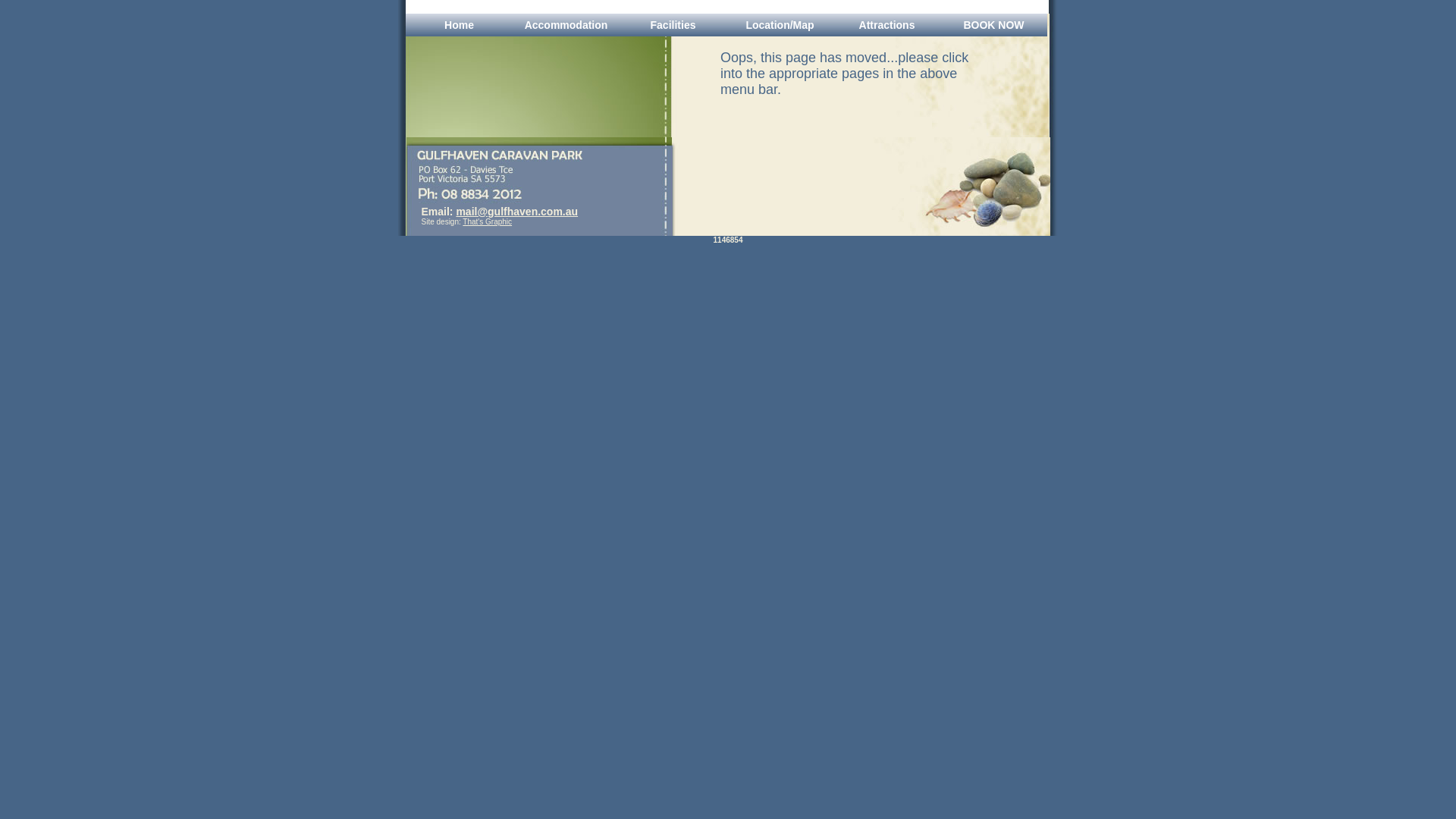 The width and height of the screenshot is (1456, 819). What do you see at coordinates (993, 25) in the screenshot?
I see `'BOOK NOW'` at bounding box center [993, 25].